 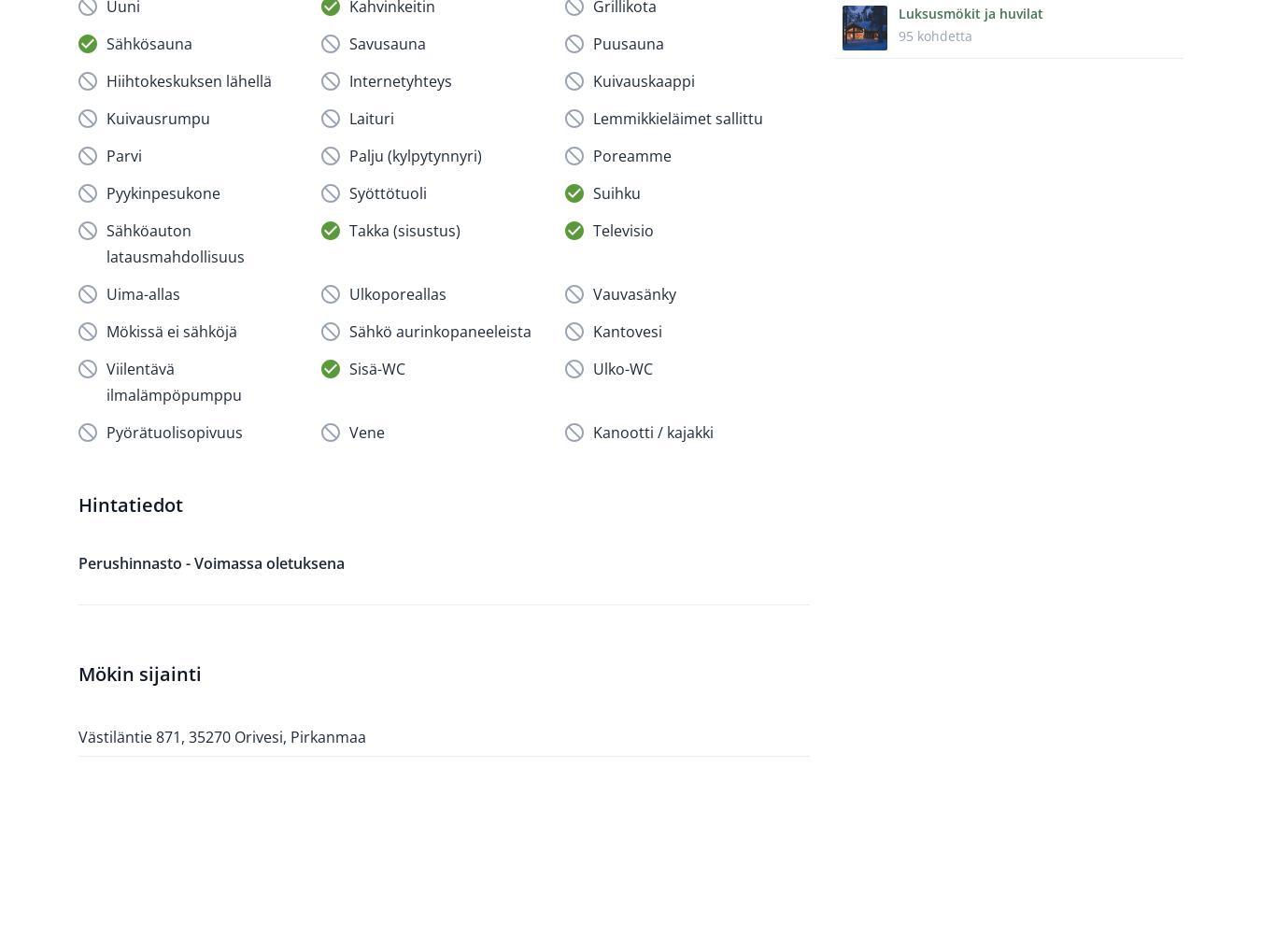 I want to click on 'Mökissä ei sähköjä', so click(x=171, y=331).